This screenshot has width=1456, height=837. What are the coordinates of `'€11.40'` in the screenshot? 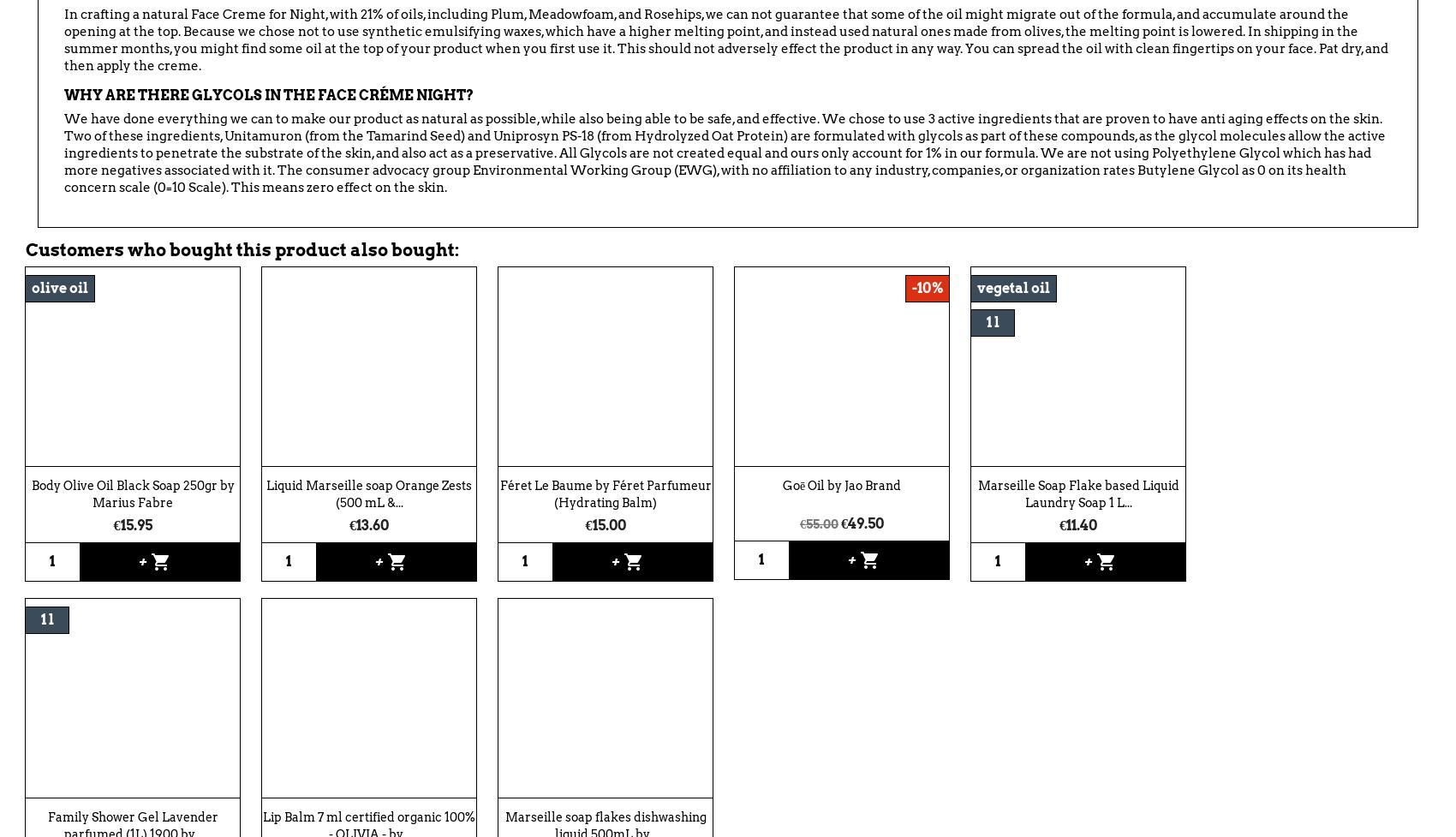 It's located at (1077, 523).